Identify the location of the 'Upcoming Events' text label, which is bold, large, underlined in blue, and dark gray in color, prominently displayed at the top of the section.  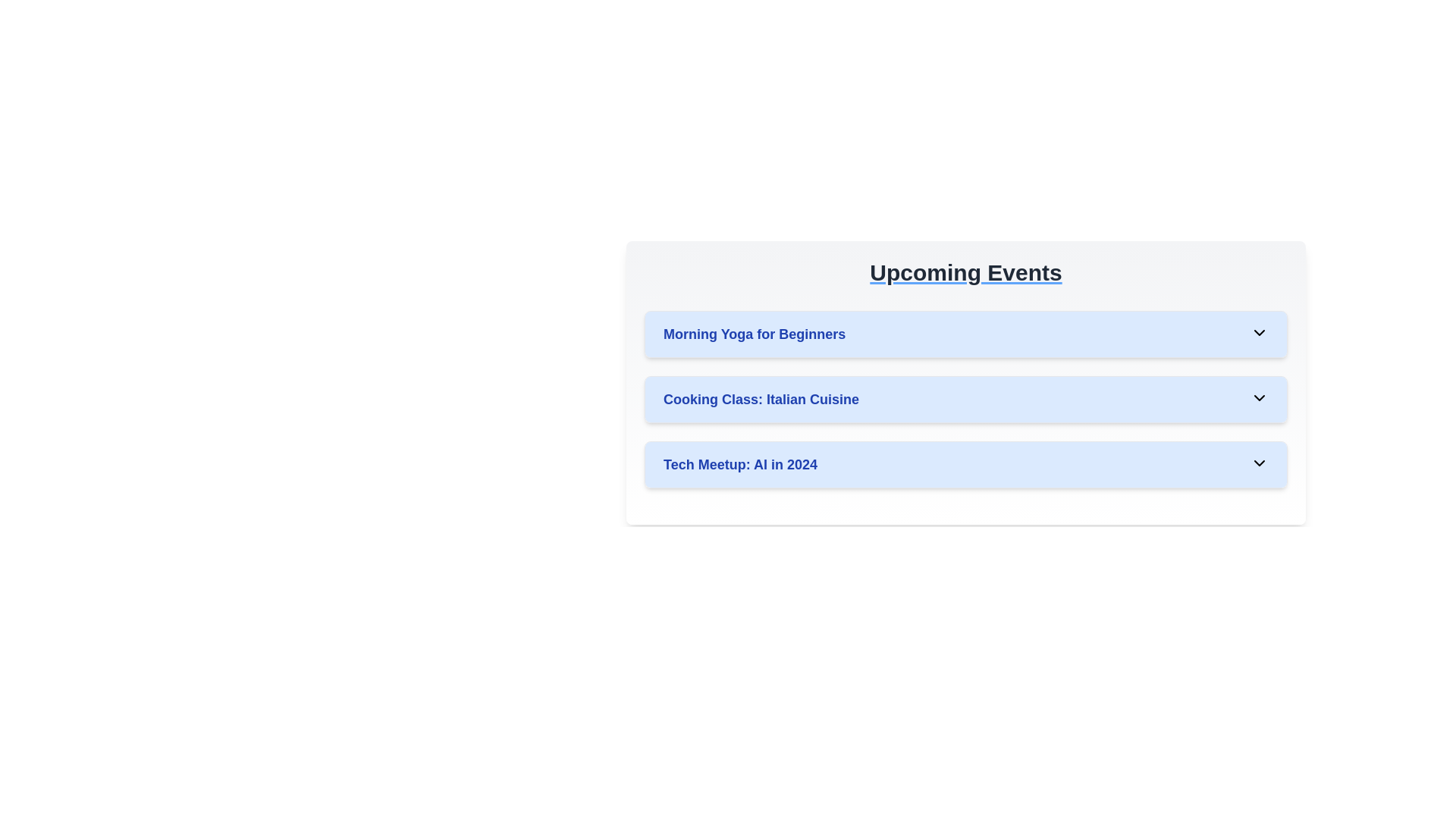
(965, 271).